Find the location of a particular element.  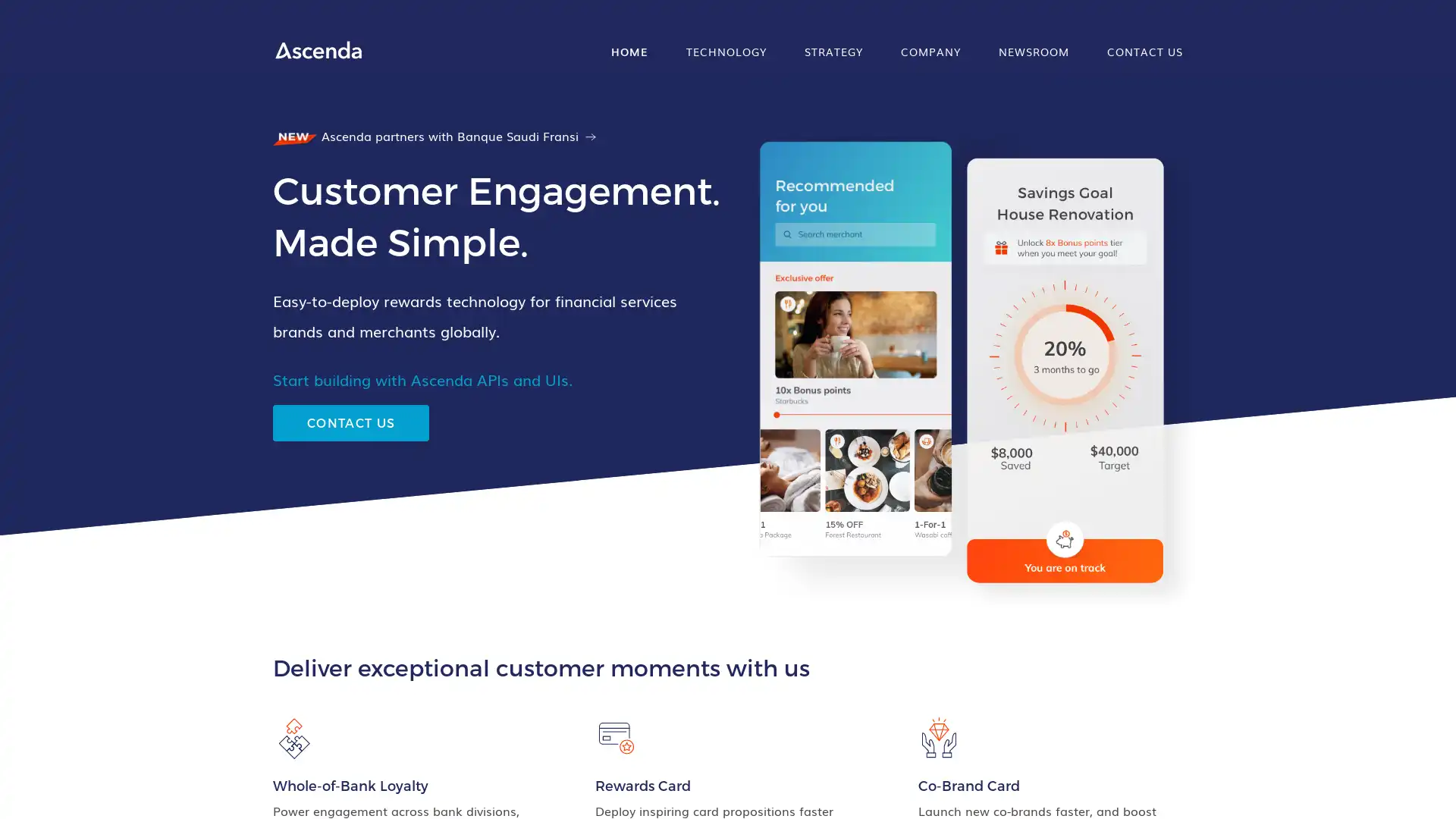

animation is located at coordinates (937, 737).